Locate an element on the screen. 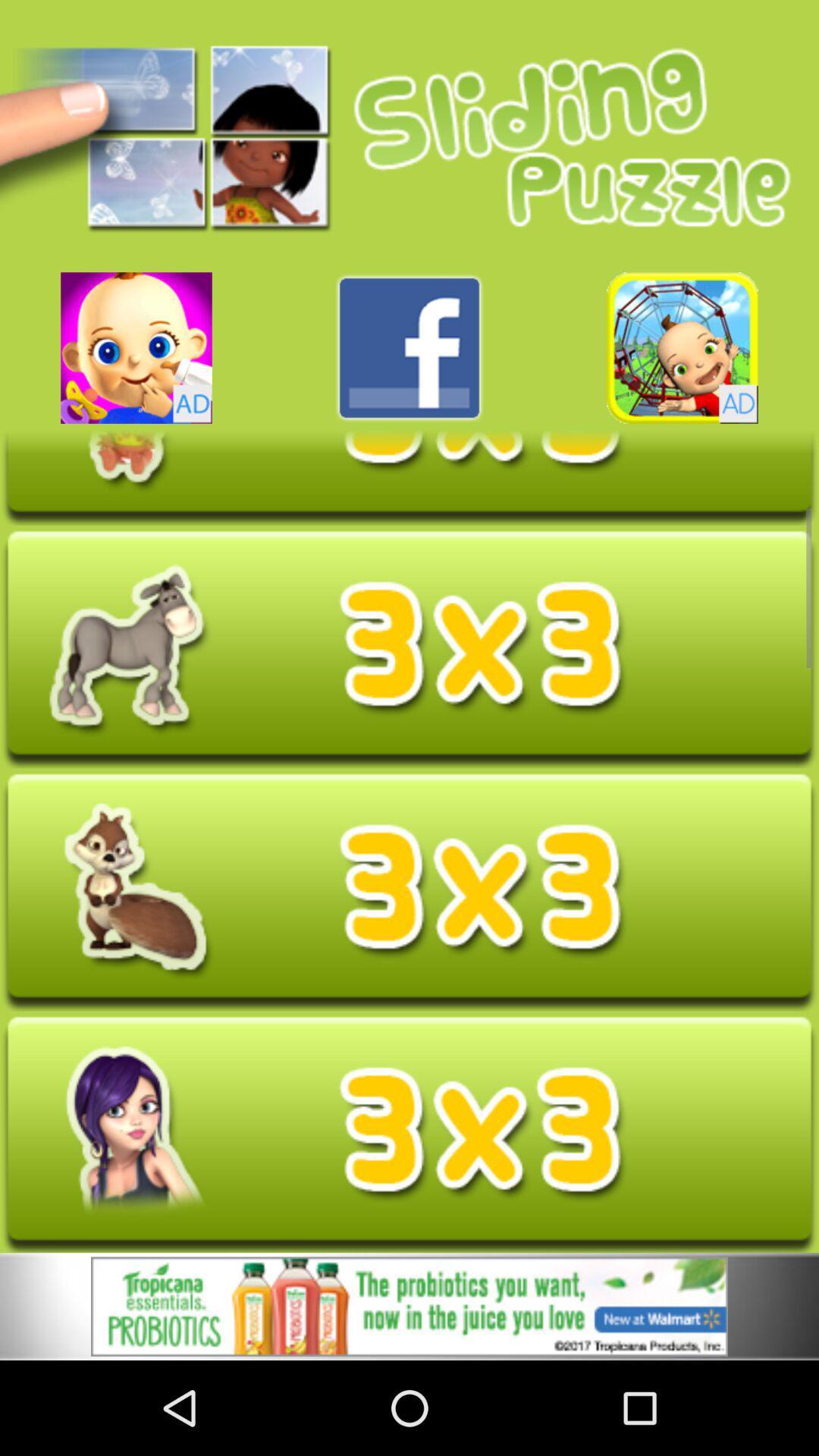 The height and width of the screenshot is (1456, 819). puzzle is located at coordinates (409, 648).